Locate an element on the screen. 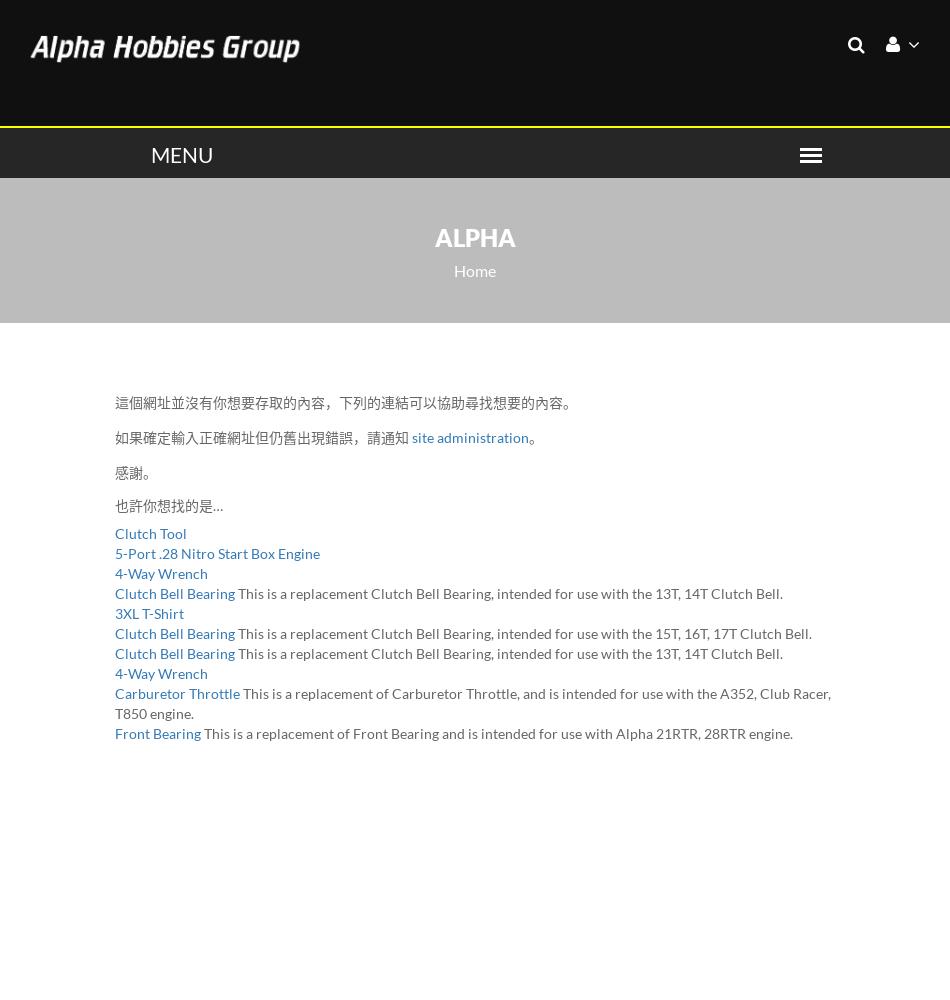  '5-Port .28 Nitro Start Box Engine' is located at coordinates (115, 552).